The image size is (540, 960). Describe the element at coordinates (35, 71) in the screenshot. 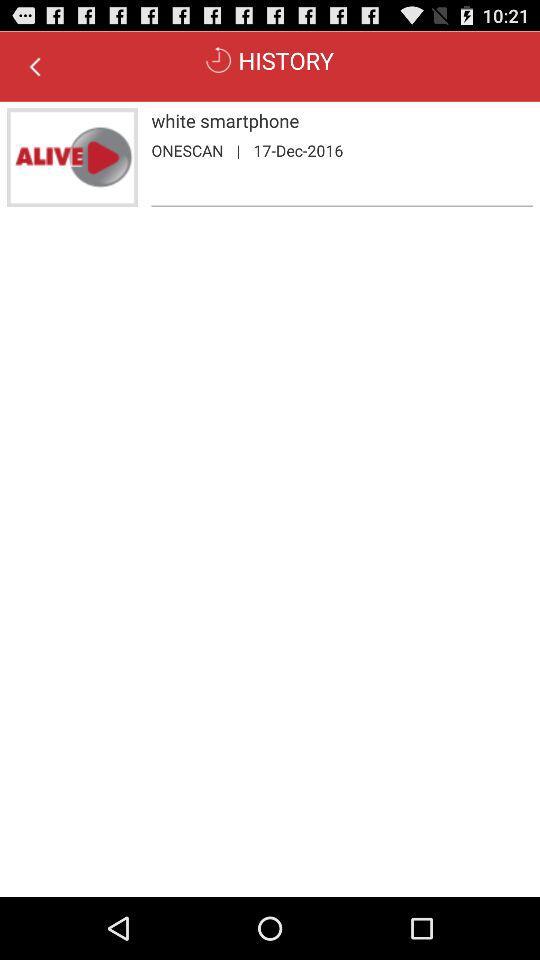

I see `the arrow_backward icon` at that location.